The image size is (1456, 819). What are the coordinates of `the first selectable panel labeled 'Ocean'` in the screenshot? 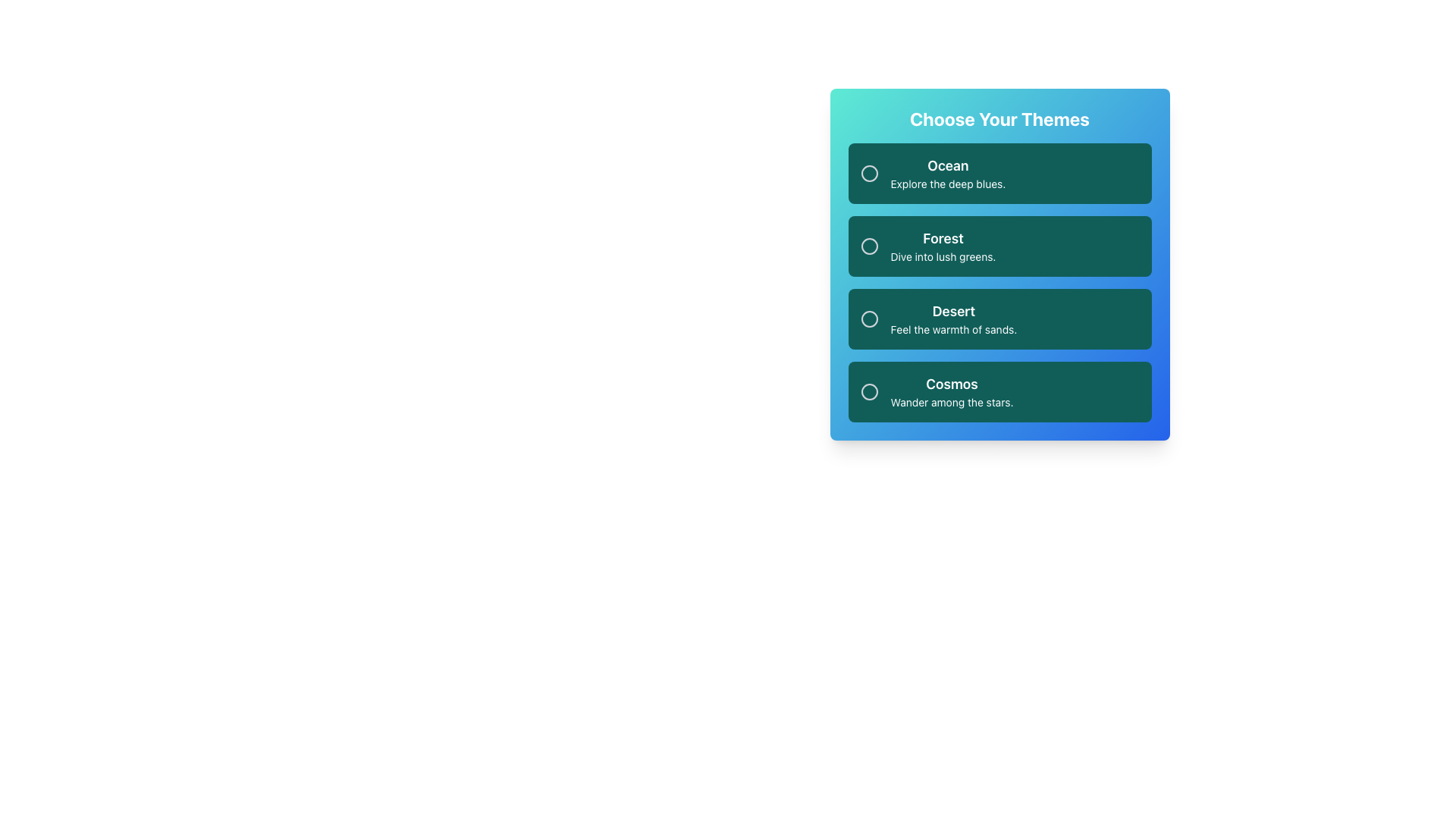 It's located at (999, 172).